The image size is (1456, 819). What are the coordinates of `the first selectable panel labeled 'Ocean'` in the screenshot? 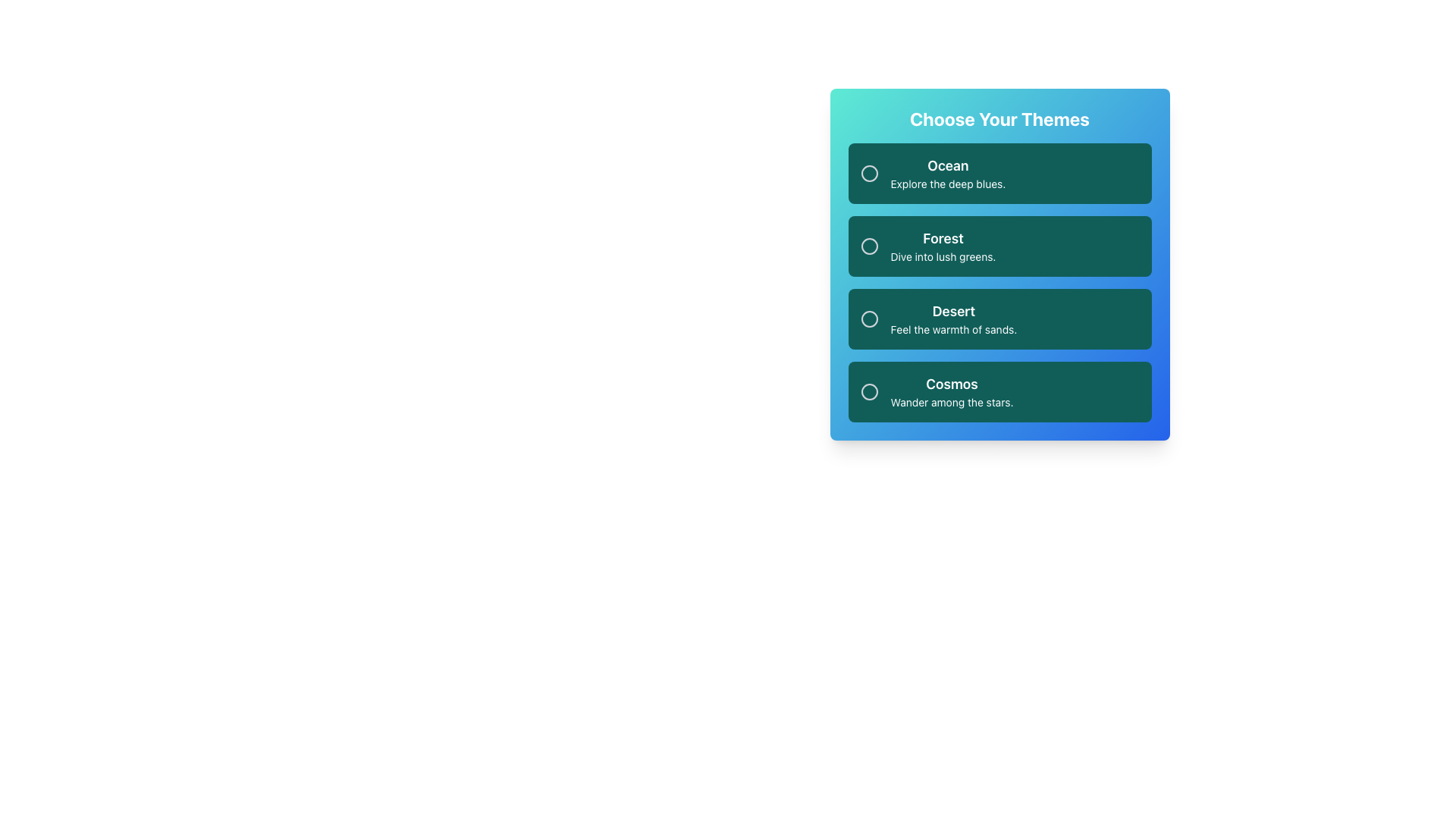 It's located at (999, 172).